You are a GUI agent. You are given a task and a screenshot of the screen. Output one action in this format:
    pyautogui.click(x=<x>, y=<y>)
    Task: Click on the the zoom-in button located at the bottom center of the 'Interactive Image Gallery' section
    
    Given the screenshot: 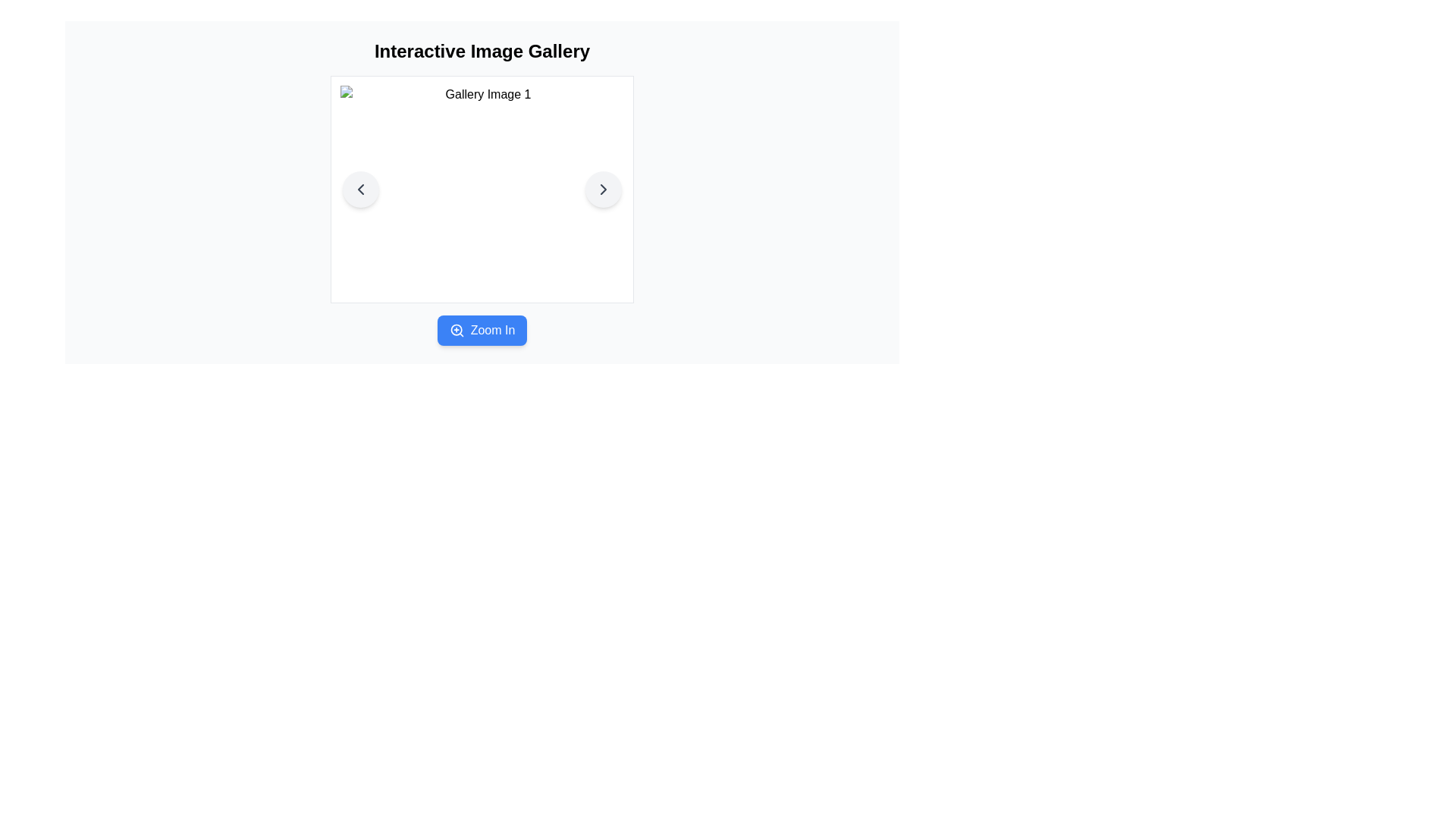 What is the action you would take?
    pyautogui.click(x=481, y=329)
    